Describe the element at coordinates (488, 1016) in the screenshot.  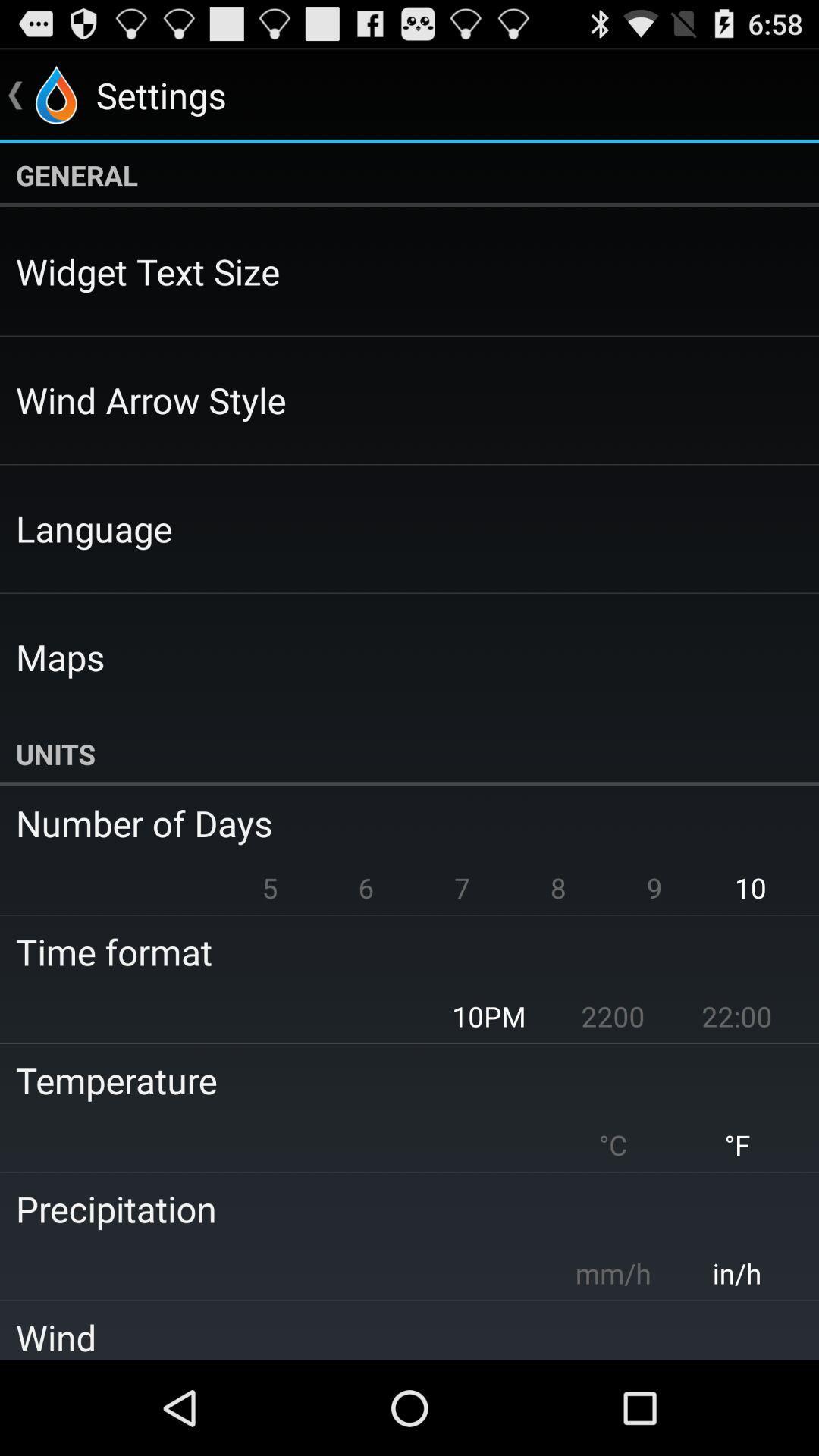
I see `10pm icon` at that location.